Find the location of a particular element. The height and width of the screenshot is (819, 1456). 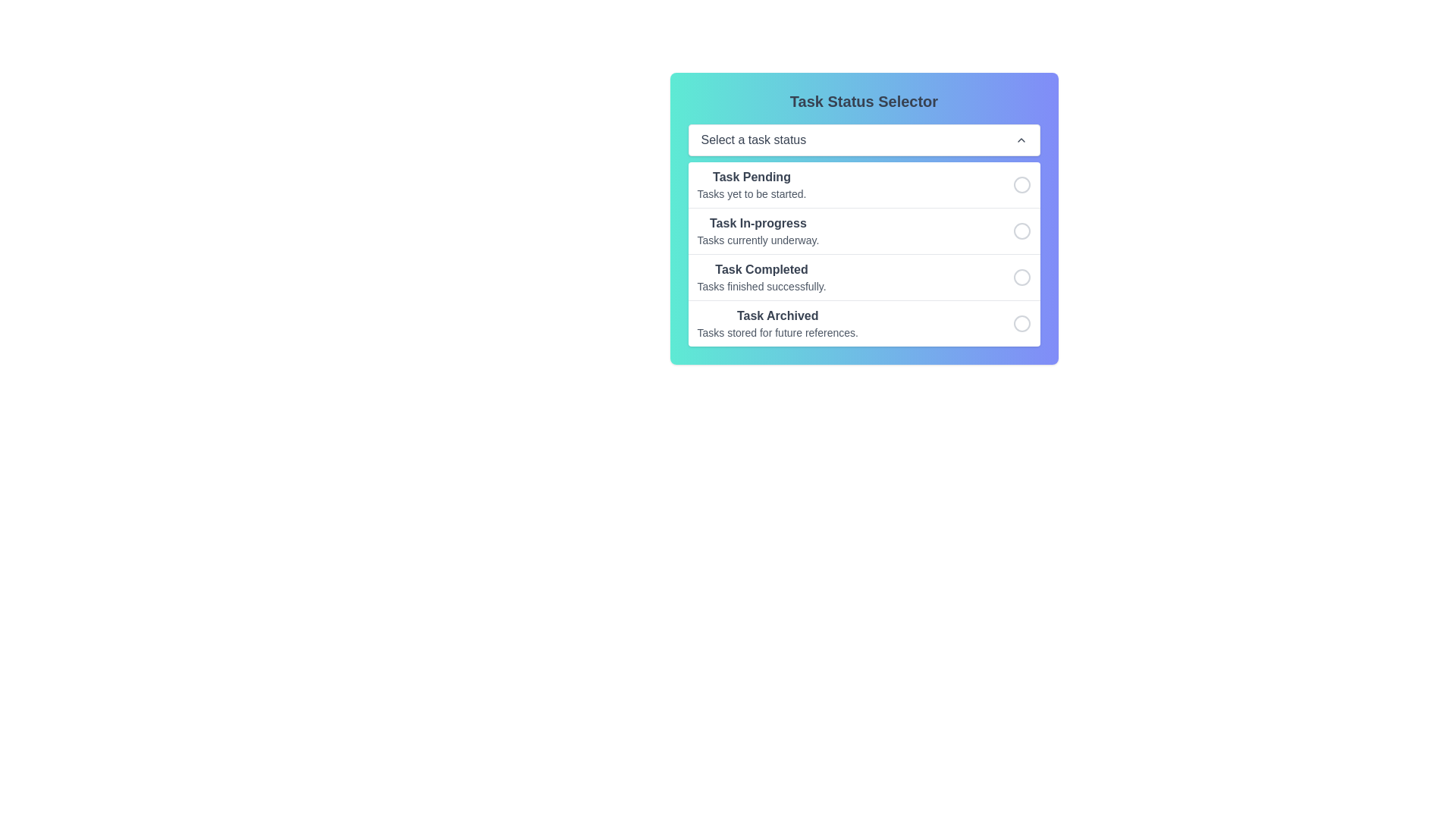

the 'Task Pending' radio button is located at coordinates (1021, 184).